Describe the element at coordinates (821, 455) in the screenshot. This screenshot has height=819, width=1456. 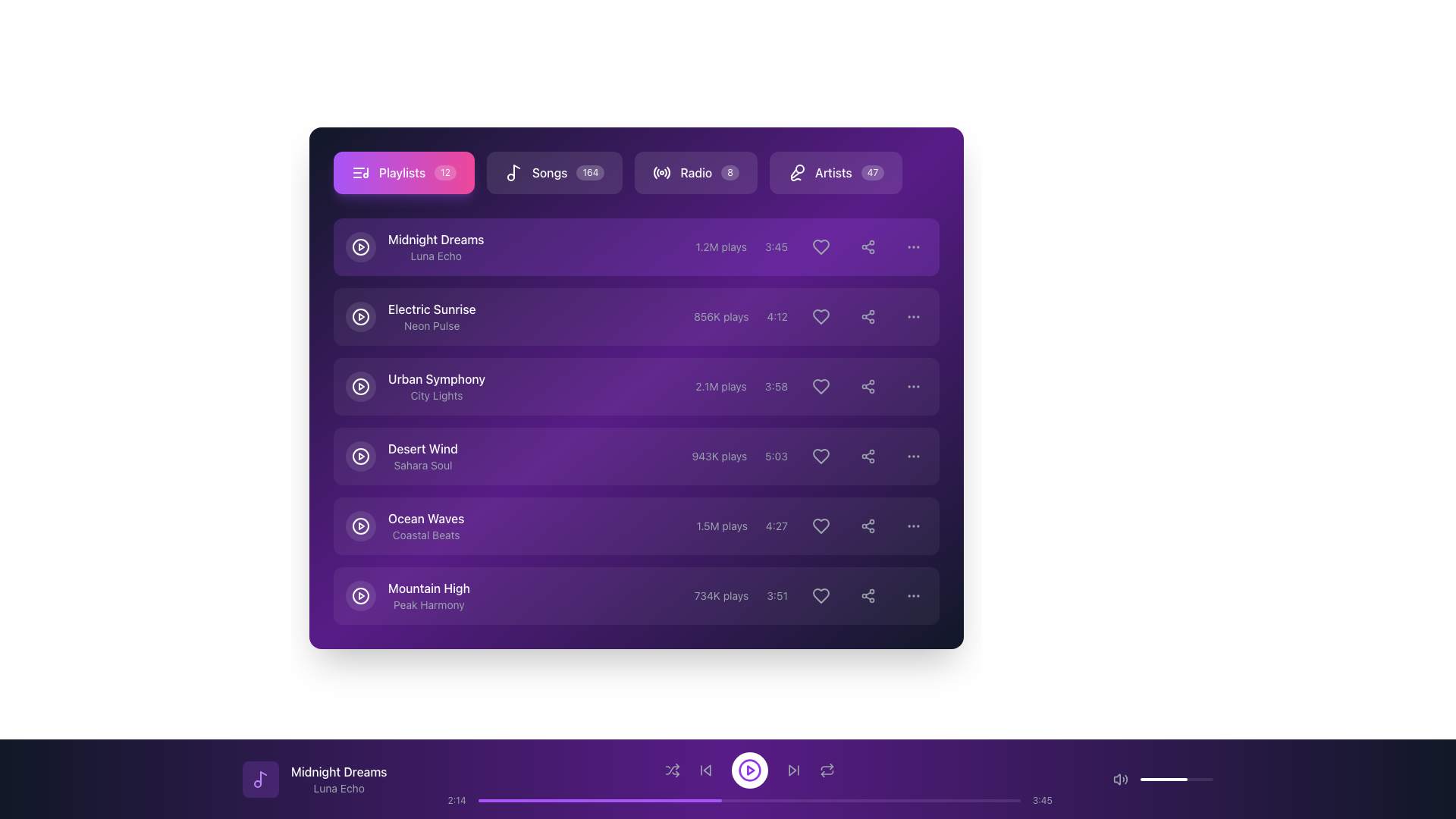
I see `the heart icon button in the 'Desert Wind' playlist` at that location.